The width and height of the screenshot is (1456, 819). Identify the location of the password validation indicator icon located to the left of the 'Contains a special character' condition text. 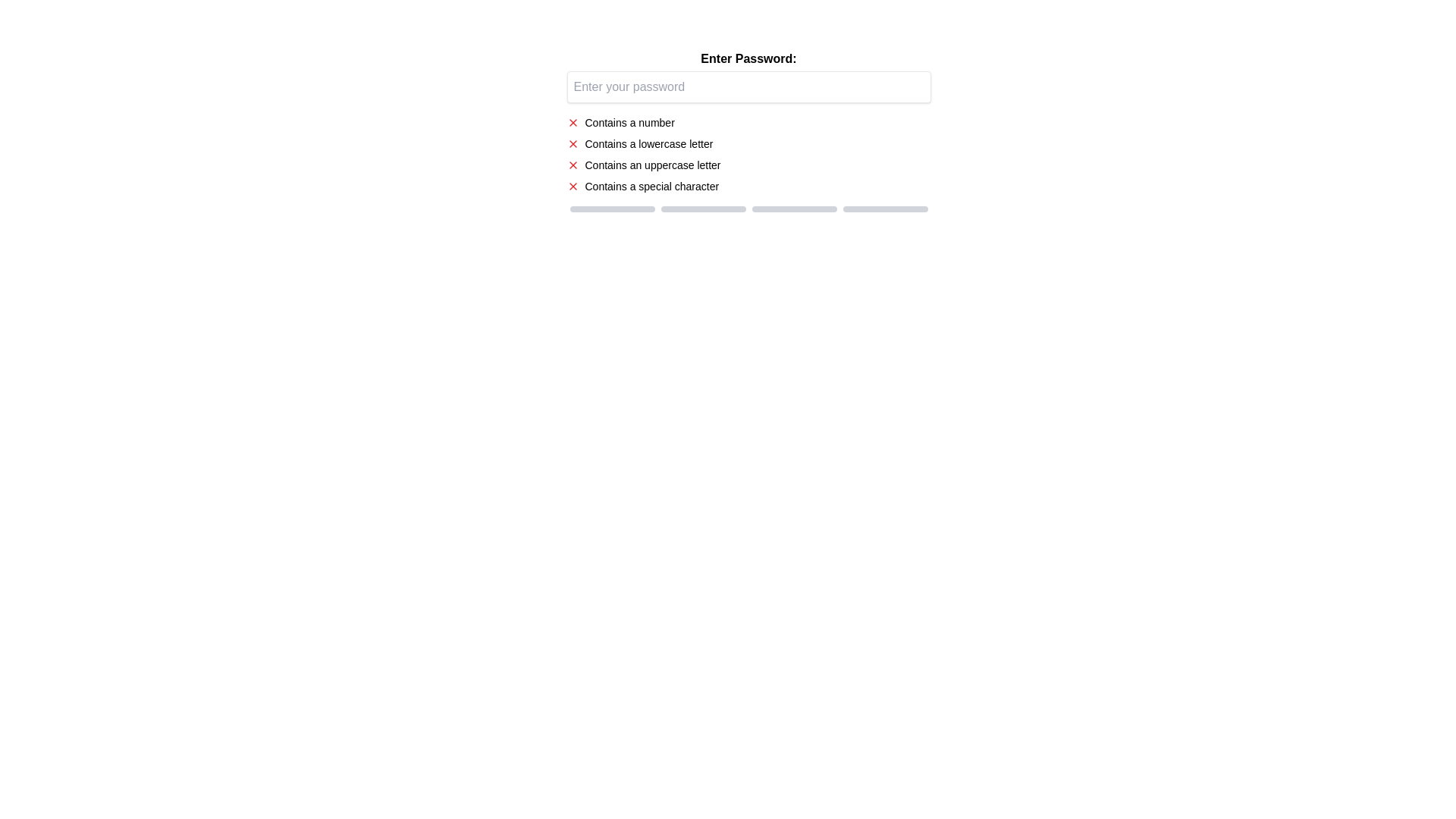
(572, 186).